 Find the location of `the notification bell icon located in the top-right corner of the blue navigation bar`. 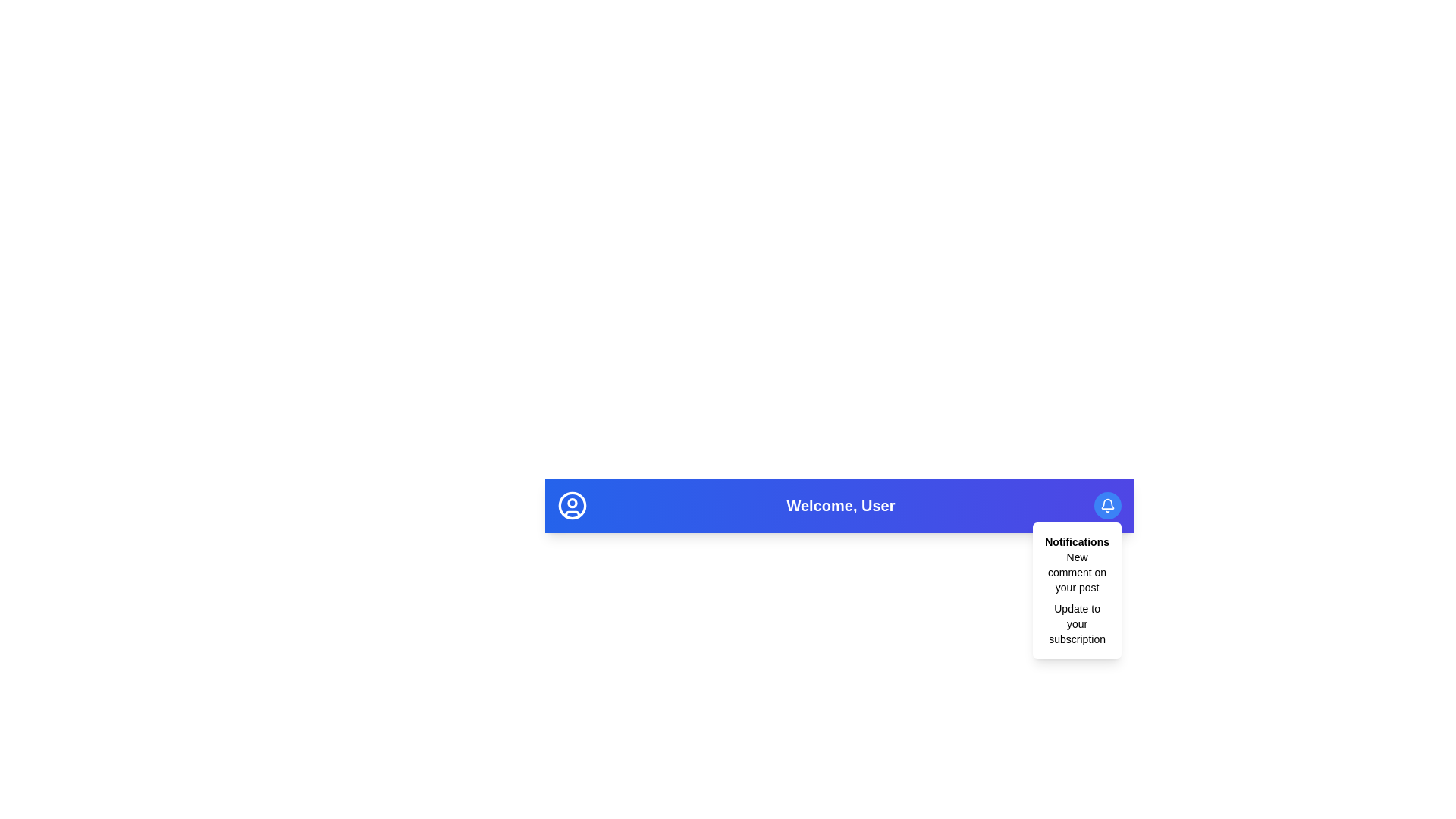

the notification bell icon located in the top-right corner of the blue navigation bar is located at coordinates (1107, 506).